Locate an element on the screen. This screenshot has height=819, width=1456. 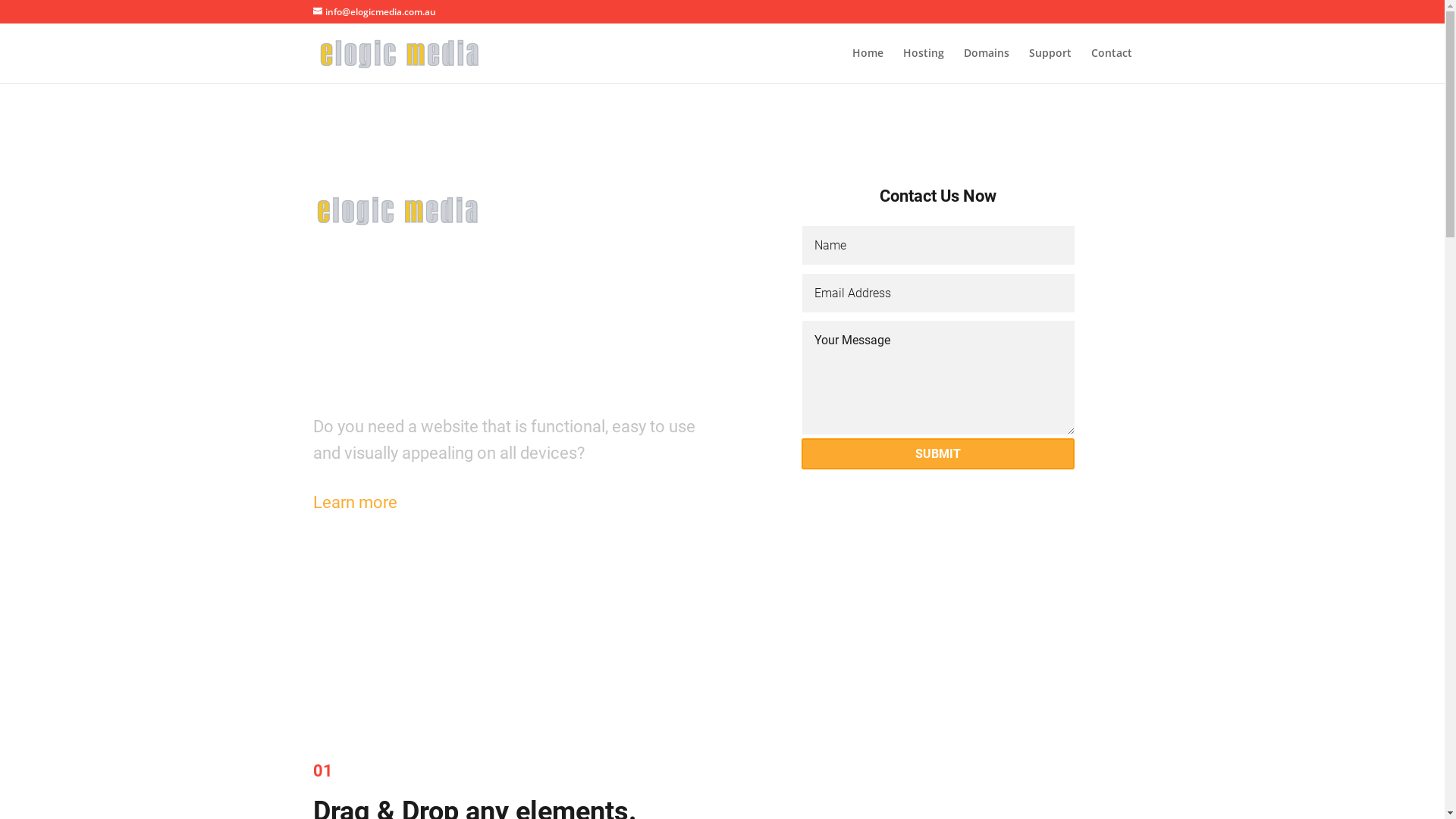
'Contact' is located at coordinates (1110, 64).